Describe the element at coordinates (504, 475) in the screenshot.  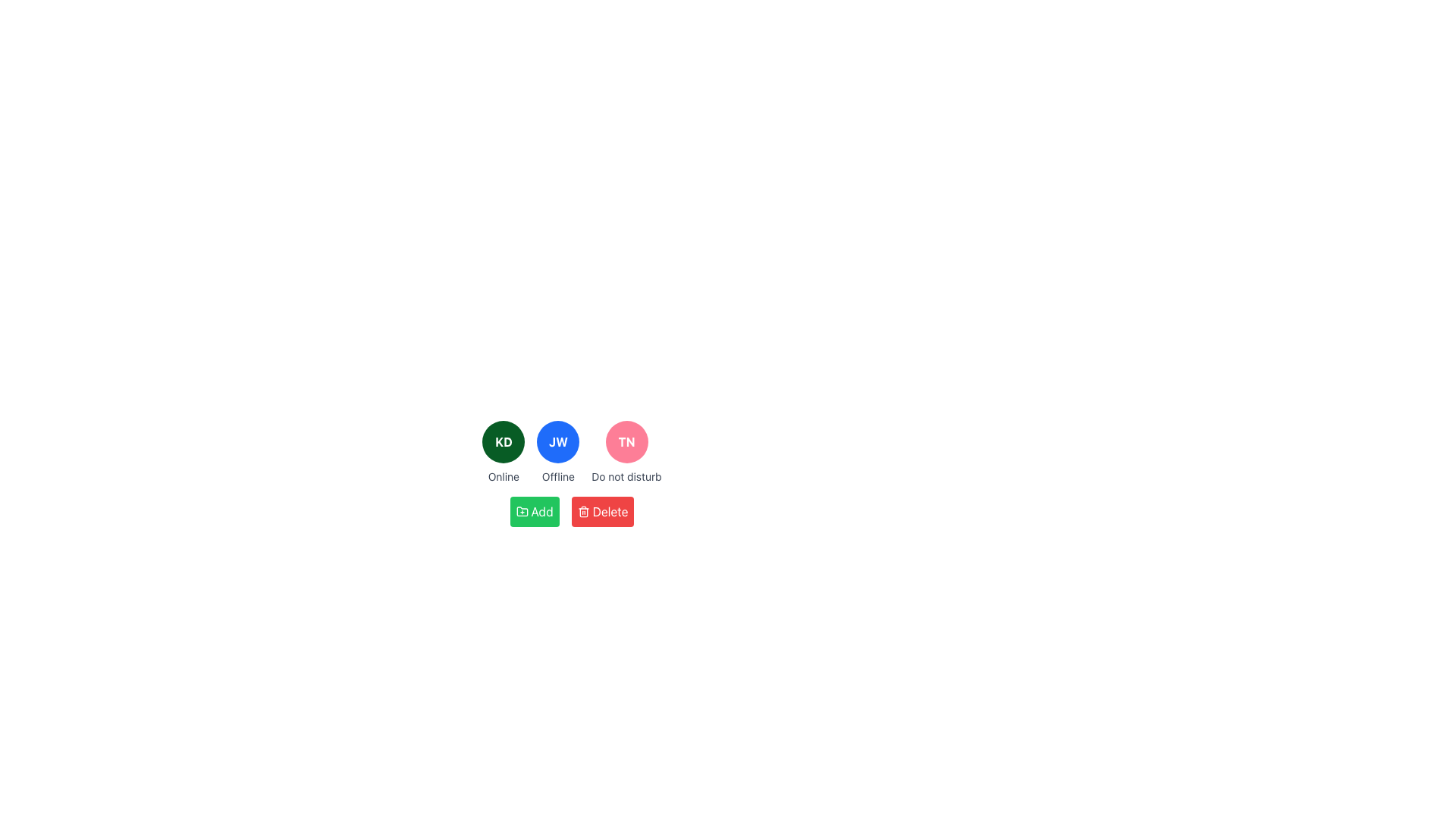
I see `the static text label displaying the connection status 'Online' for the profile represented by 'KD', which is positioned below the green circular badge` at that location.